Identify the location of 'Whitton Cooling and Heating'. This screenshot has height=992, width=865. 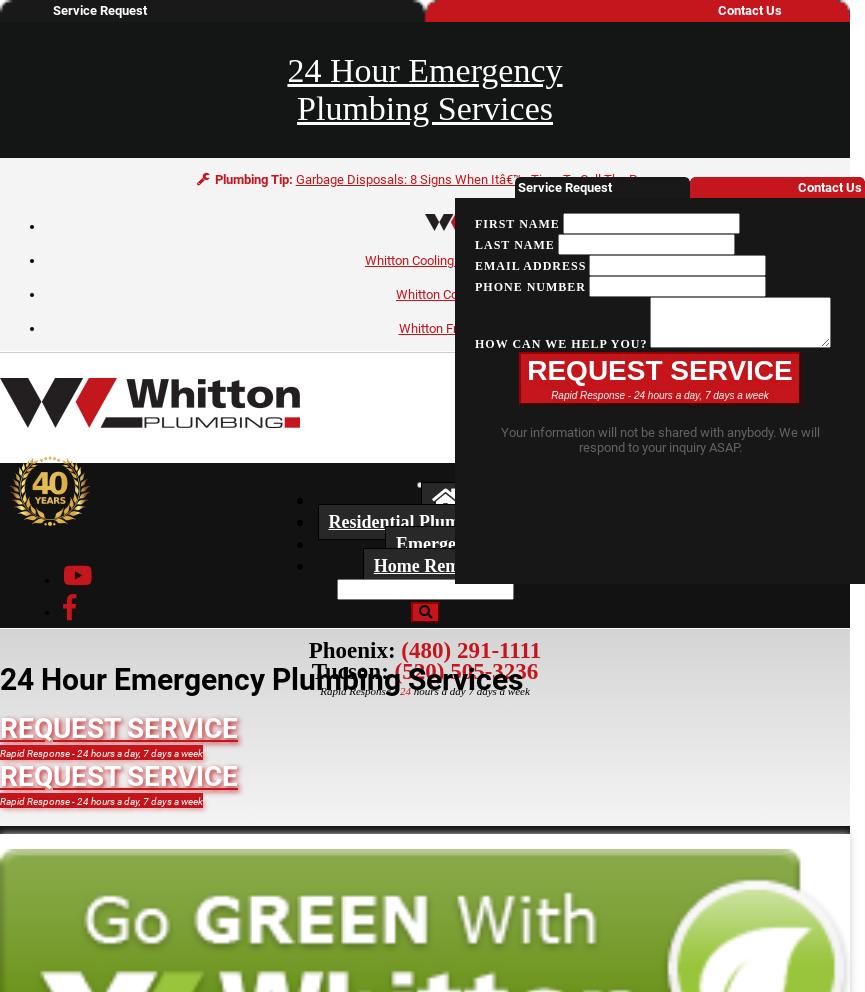
(444, 259).